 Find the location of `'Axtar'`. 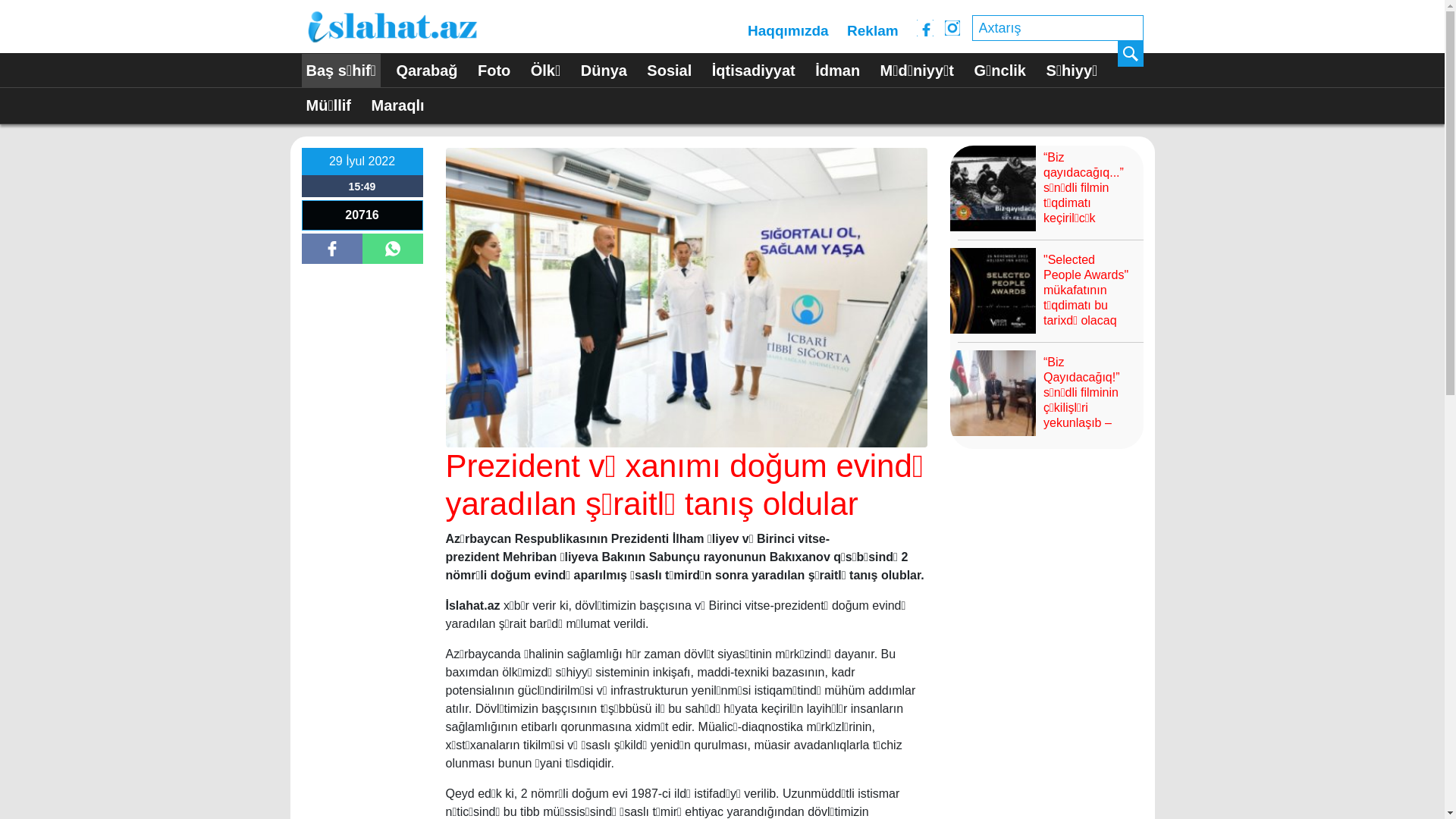

'Axtar' is located at coordinates (1131, 52).